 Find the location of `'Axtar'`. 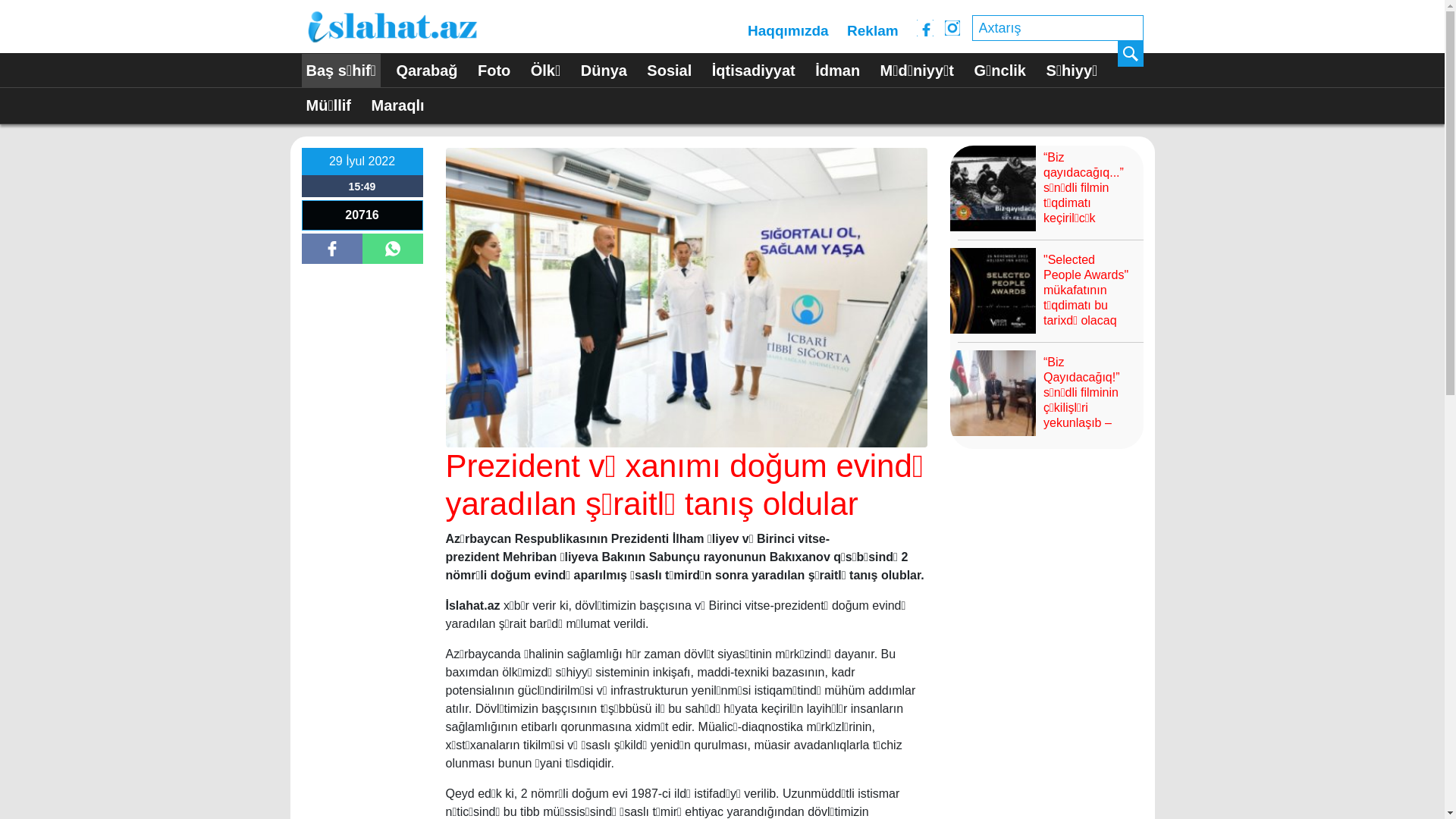

'Axtar' is located at coordinates (1131, 52).